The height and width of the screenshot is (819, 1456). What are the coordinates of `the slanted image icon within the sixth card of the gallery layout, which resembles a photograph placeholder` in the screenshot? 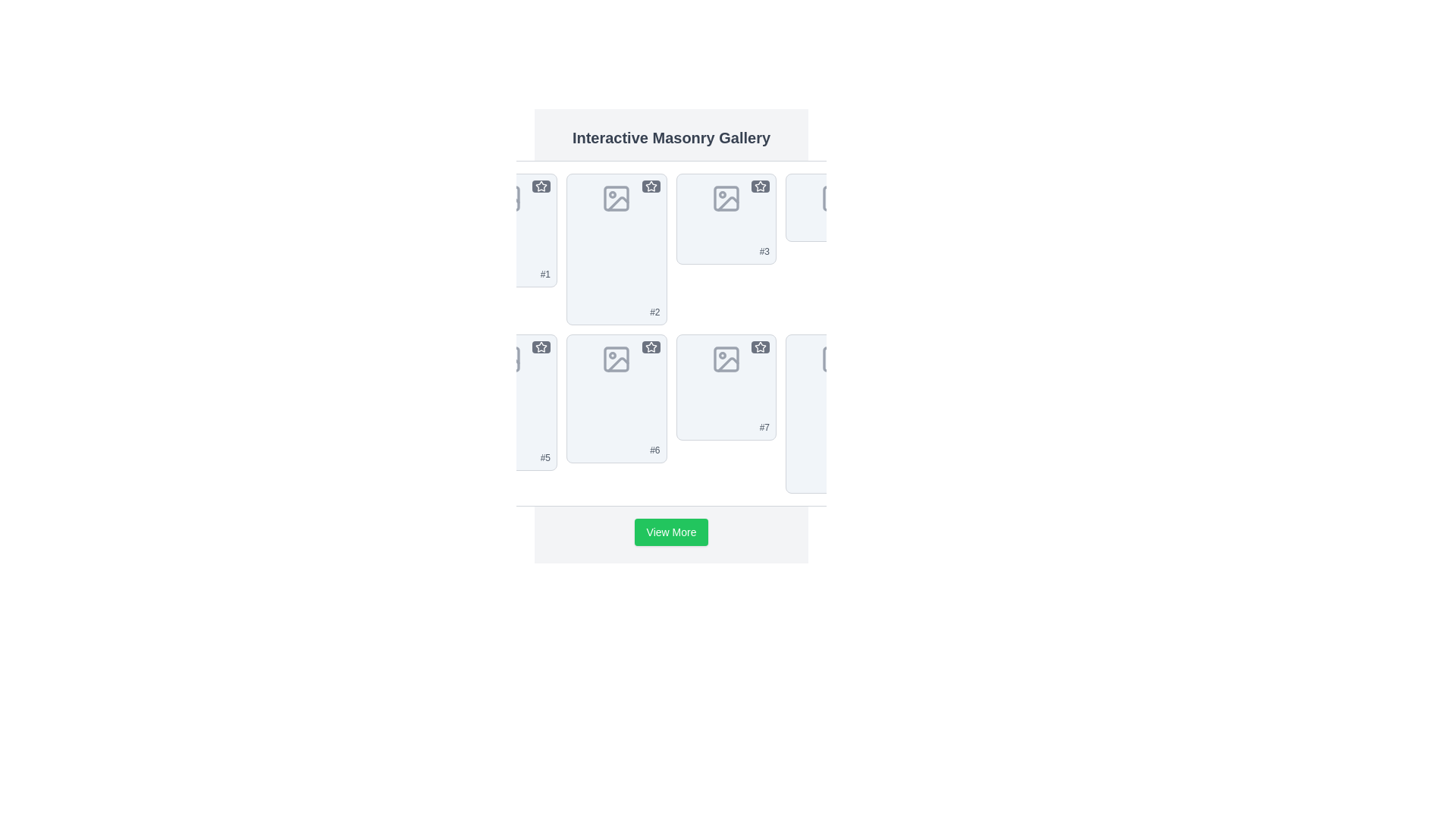 It's located at (618, 364).